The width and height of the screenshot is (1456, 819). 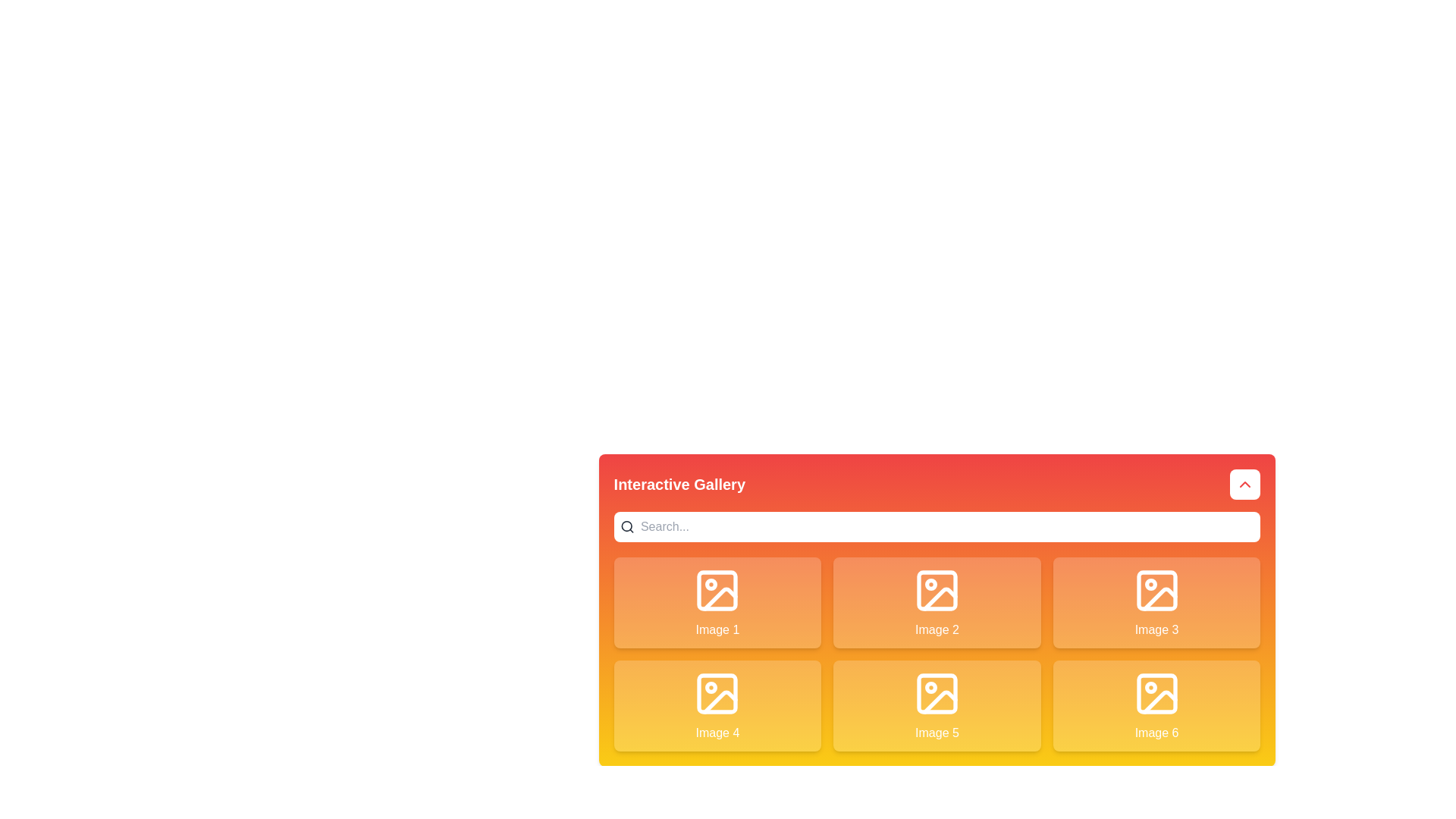 I want to click on the icon representing an image placeholder located in the second column of the first row of the gallery grid, so click(x=936, y=590).